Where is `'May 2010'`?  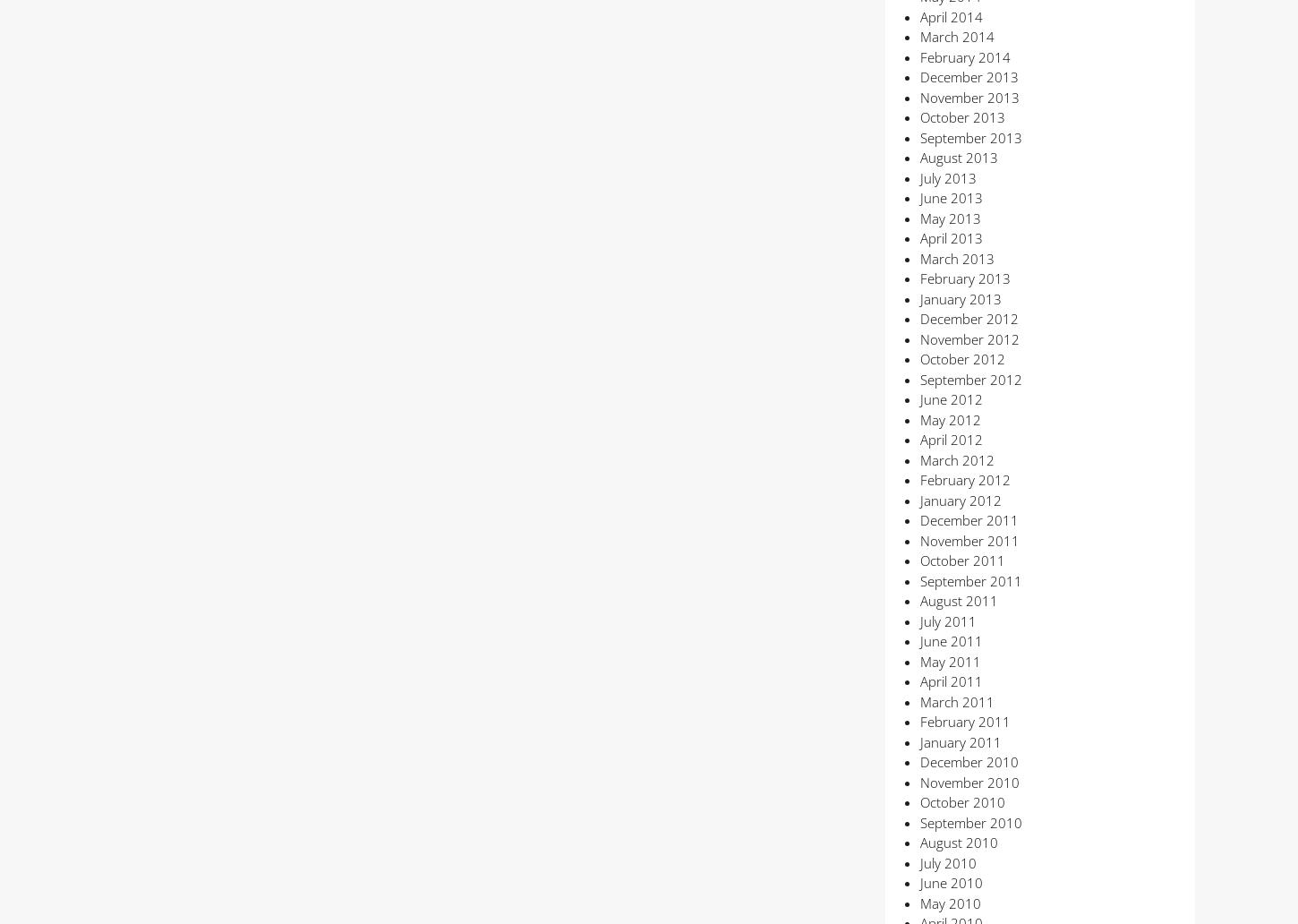 'May 2010' is located at coordinates (919, 901).